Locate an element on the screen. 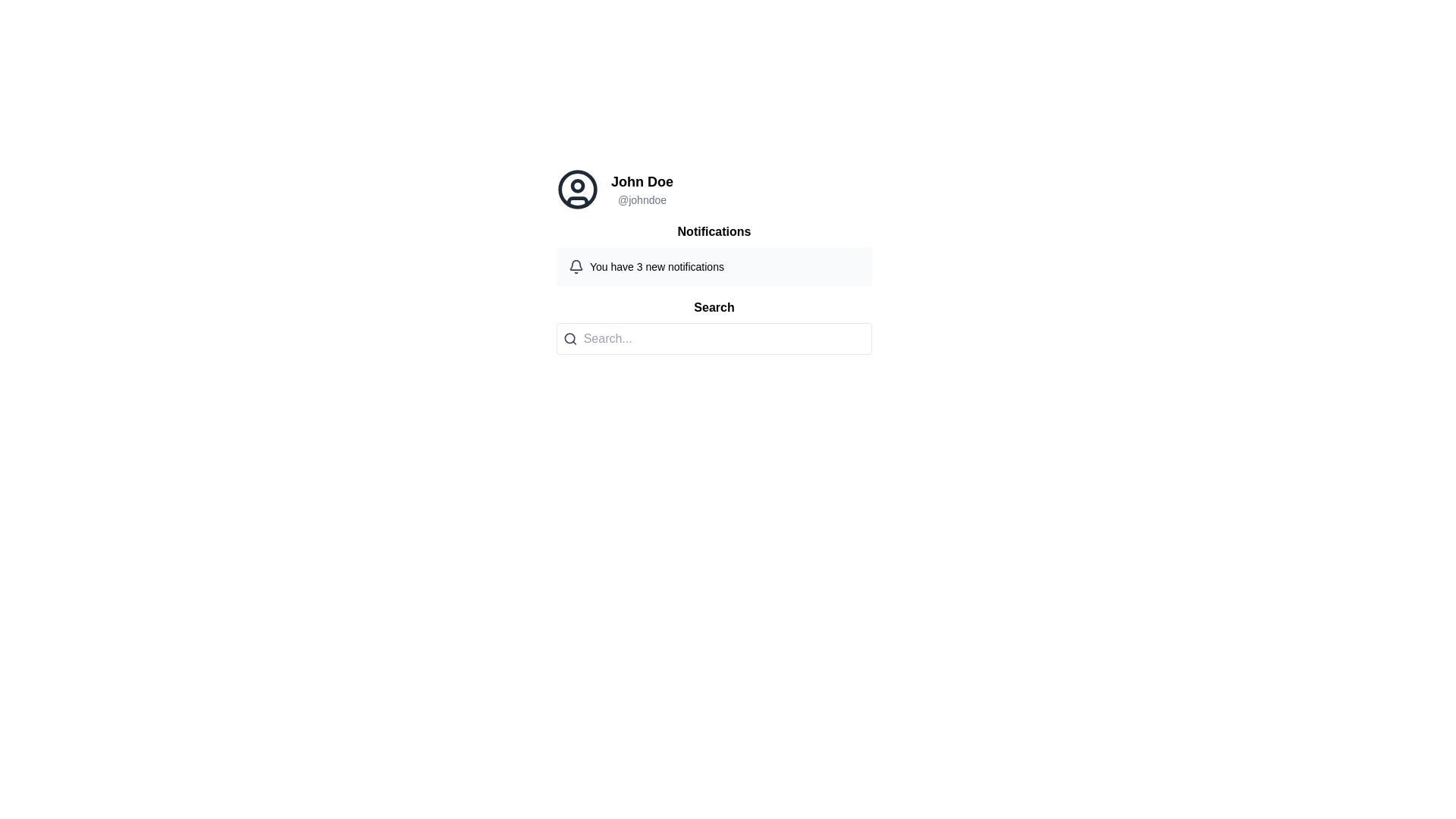 The width and height of the screenshot is (1456, 819). the SVG Circle representing the user's profile icon located in the upper-left region of the interface is located at coordinates (577, 189).